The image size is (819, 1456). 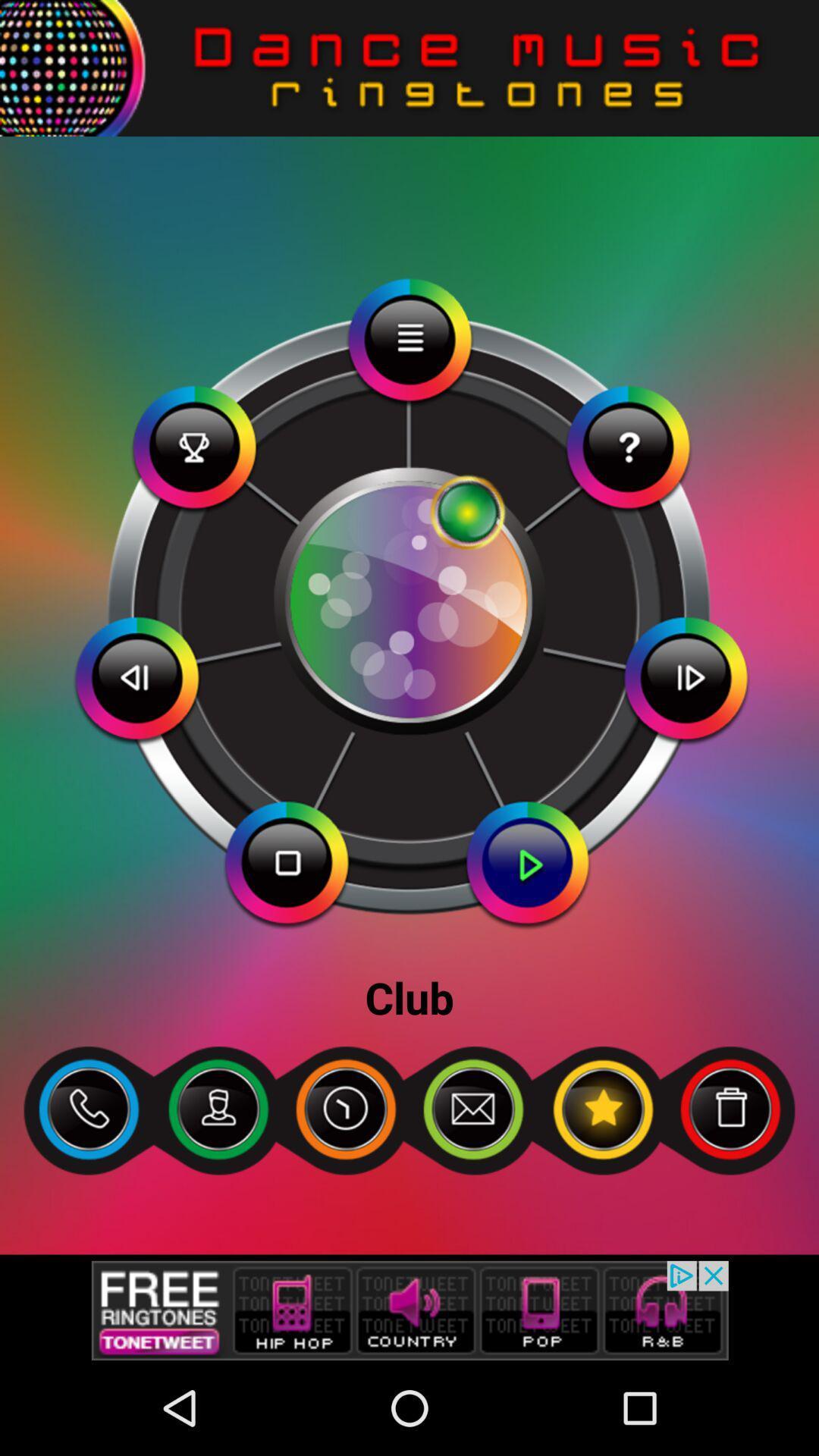 What do you see at coordinates (345, 1188) in the screenshot?
I see `the time icon` at bounding box center [345, 1188].